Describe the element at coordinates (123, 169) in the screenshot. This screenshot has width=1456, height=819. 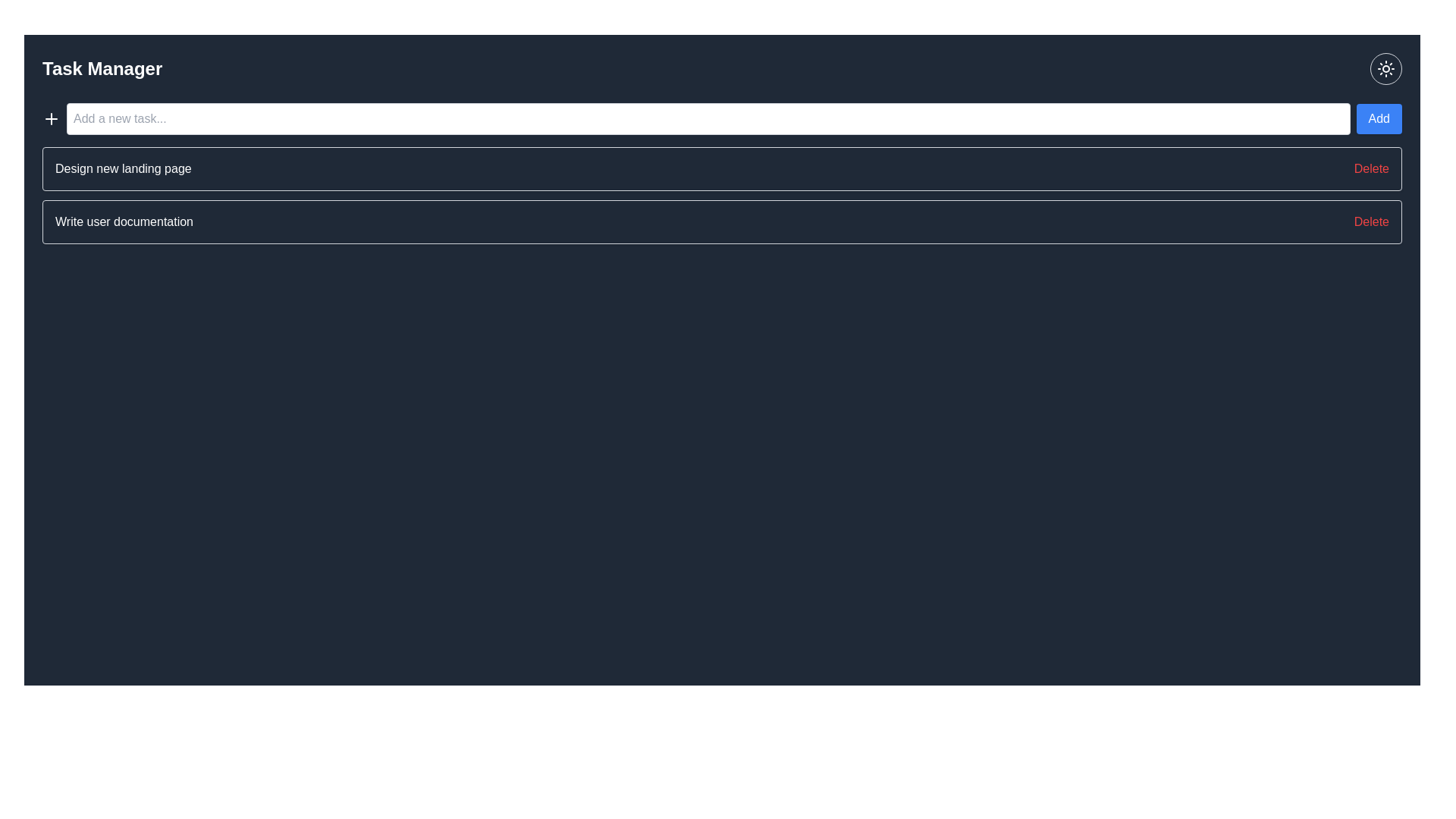
I see `text label representing the title or description of the first task item in the task manager application, located below the 'Add a new task...' input field` at that location.